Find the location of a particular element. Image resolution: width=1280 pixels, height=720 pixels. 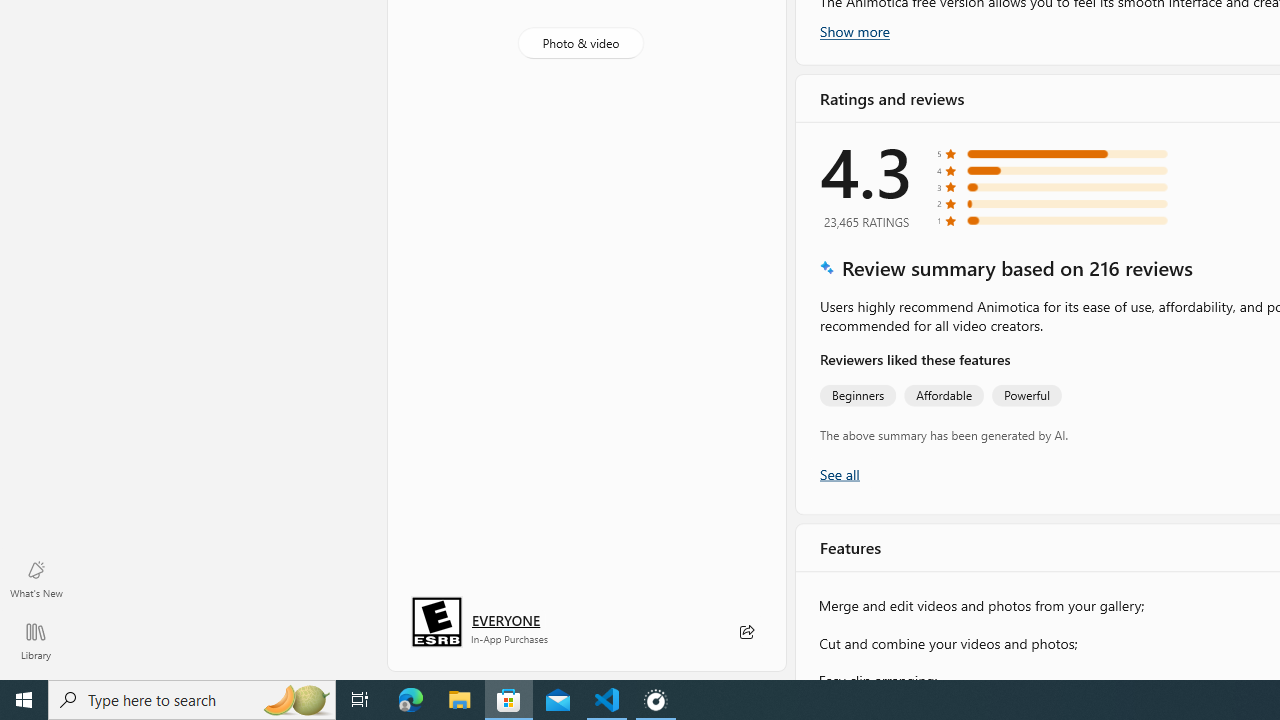

'Share' is located at coordinates (745, 632).